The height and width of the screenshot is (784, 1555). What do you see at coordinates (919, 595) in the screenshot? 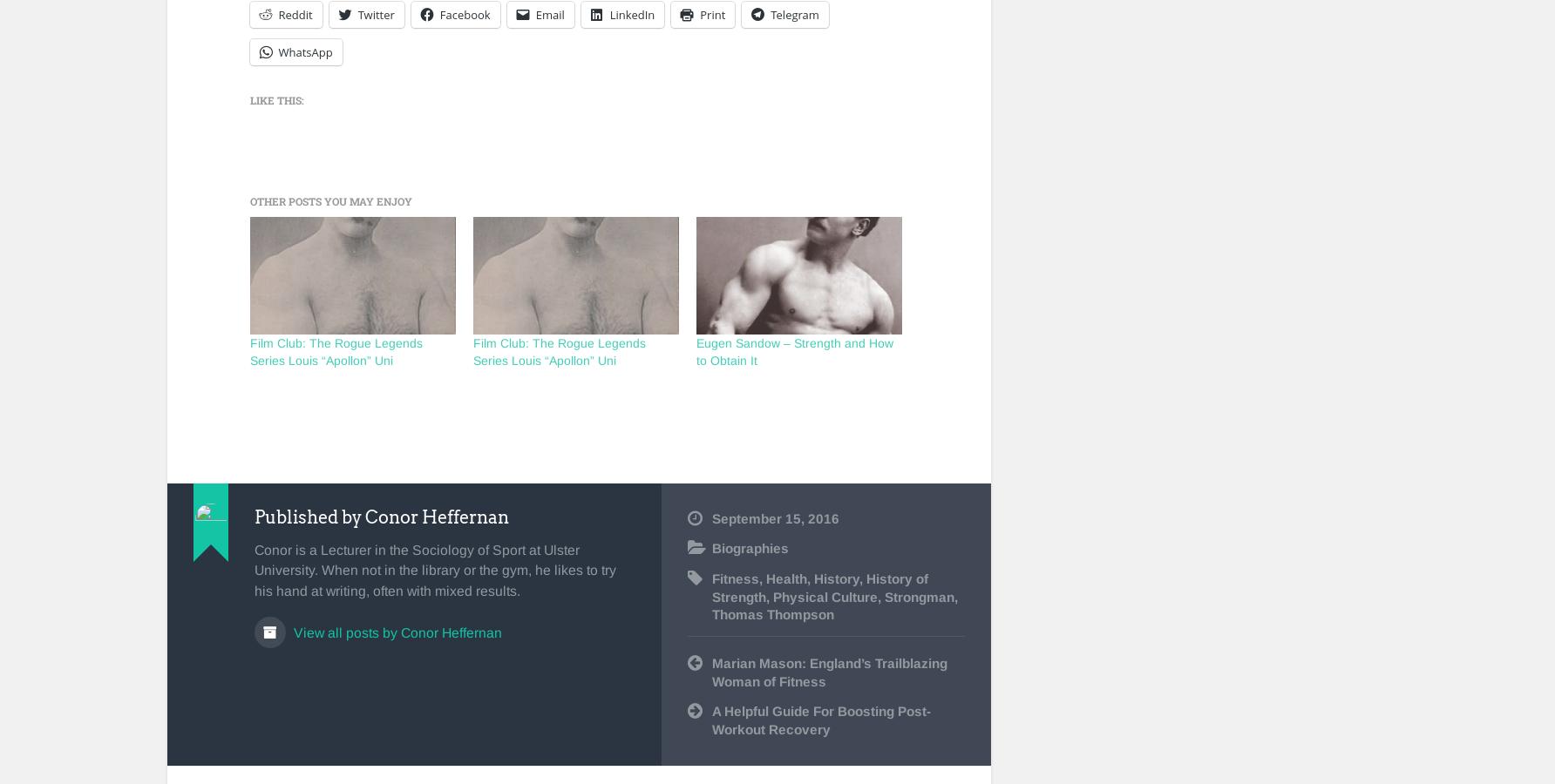
I see `'Strongman'` at bounding box center [919, 595].